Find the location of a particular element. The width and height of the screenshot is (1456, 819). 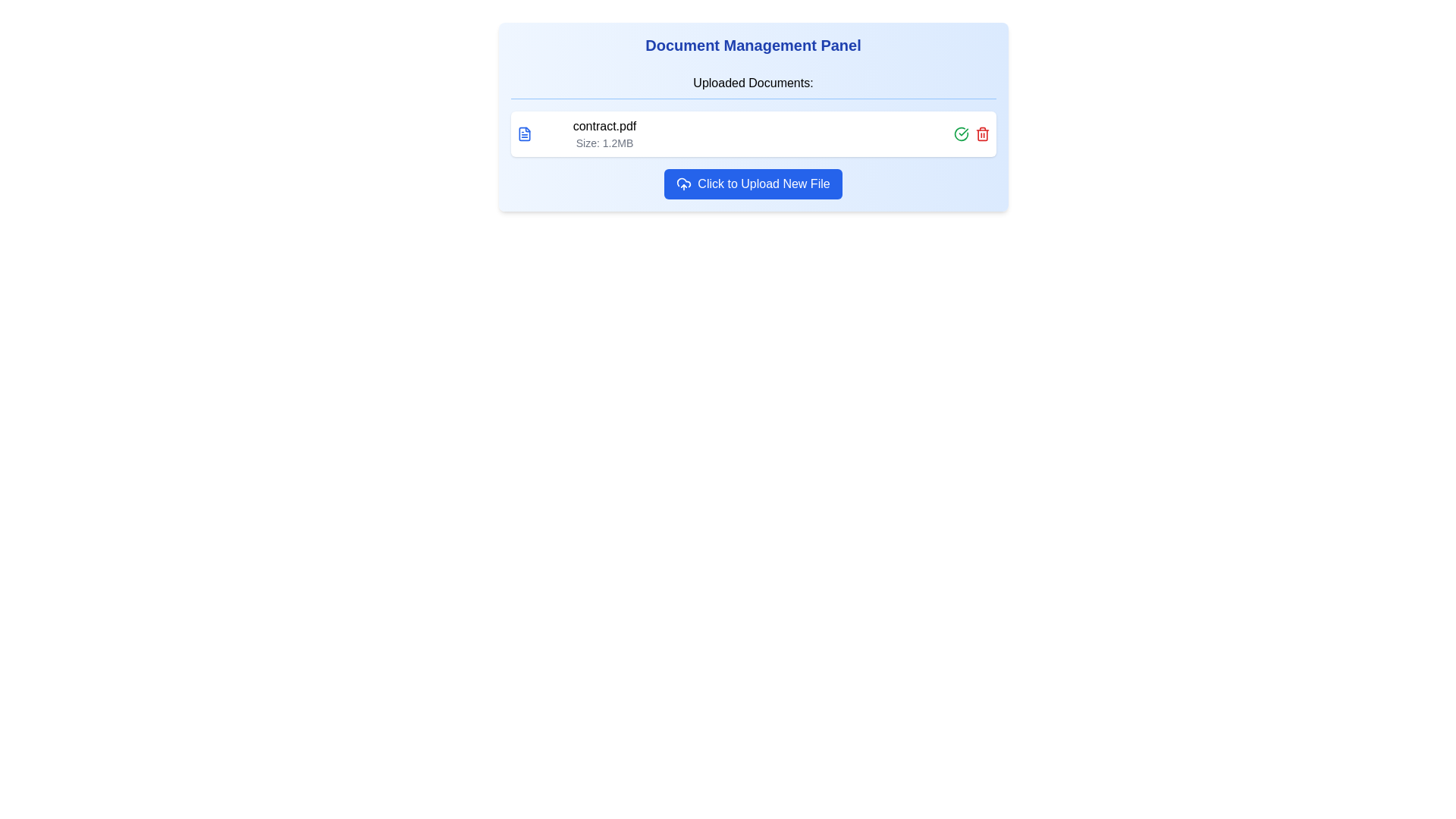

the red-colored trash icon button, which is located to the right side of the document details row is located at coordinates (982, 133).